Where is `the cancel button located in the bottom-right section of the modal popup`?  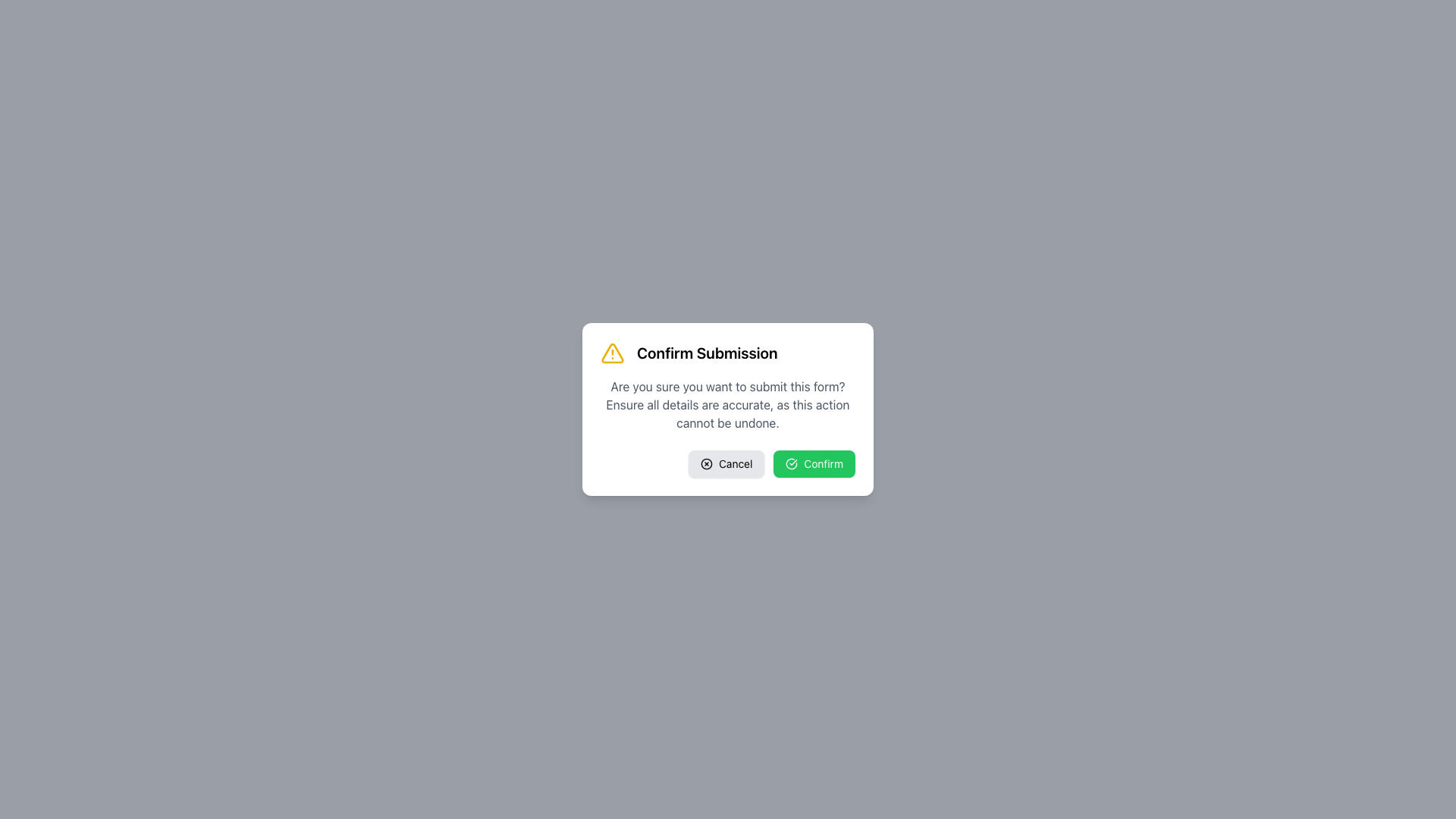
the cancel button located in the bottom-right section of the modal popup is located at coordinates (726, 463).